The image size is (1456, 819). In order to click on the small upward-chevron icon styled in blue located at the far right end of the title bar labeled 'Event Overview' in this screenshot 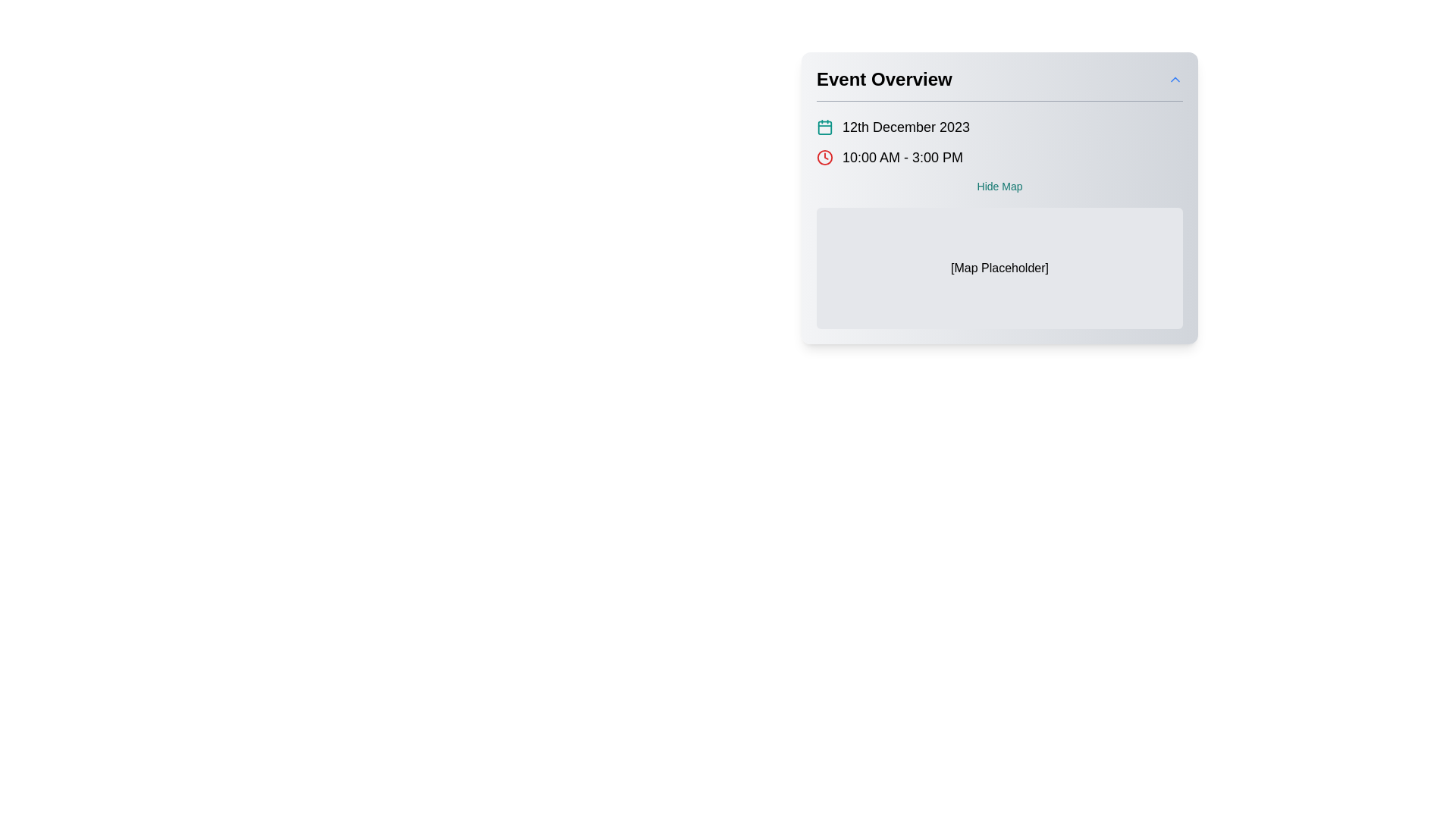, I will do `click(1175, 79)`.